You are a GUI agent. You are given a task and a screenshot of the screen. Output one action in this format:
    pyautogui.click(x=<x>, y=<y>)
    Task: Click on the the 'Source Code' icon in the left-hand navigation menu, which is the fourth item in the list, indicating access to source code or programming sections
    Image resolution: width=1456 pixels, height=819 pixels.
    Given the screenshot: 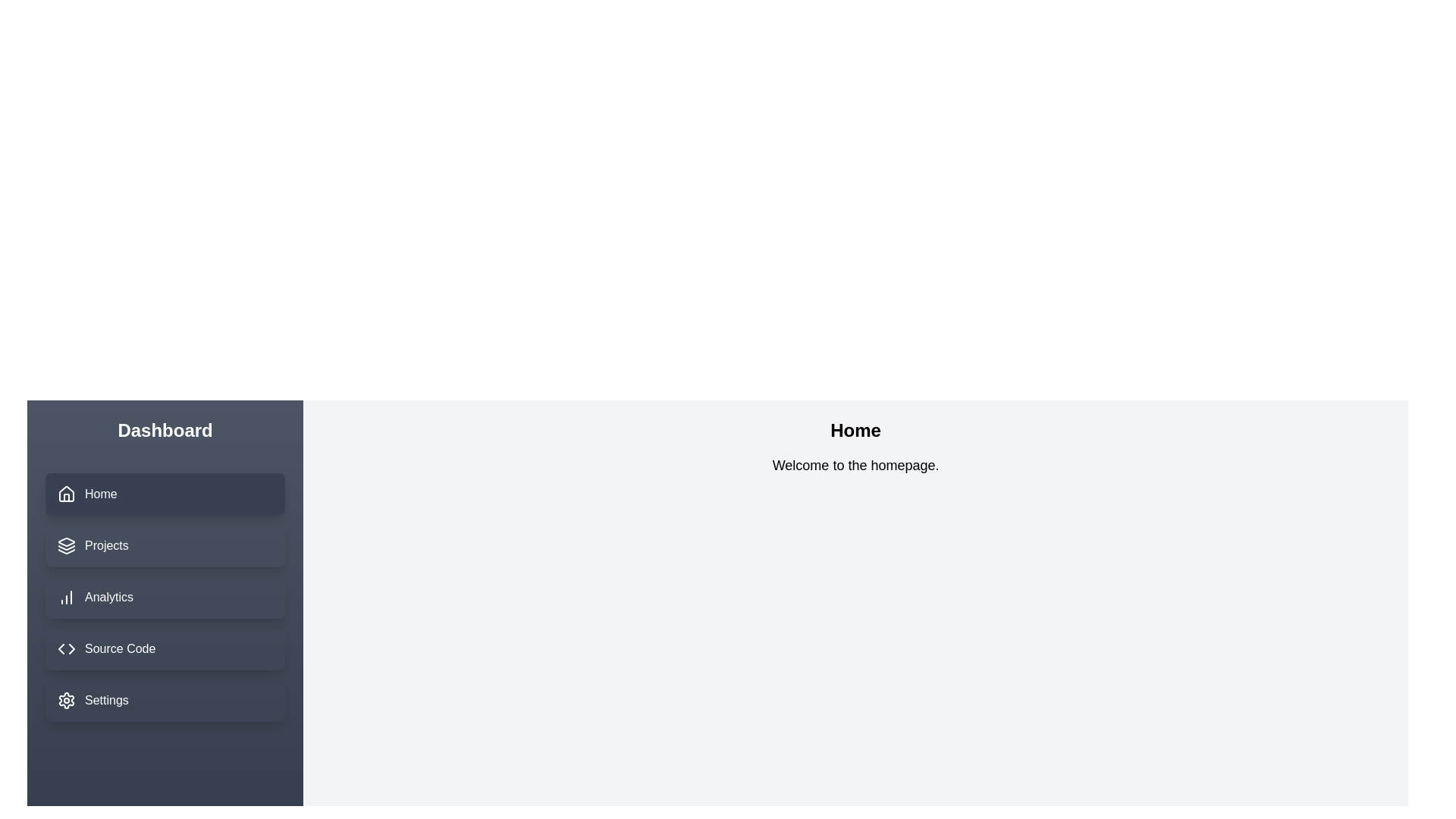 What is the action you would take?
    pyautogui.click(x=65, y=648)
    